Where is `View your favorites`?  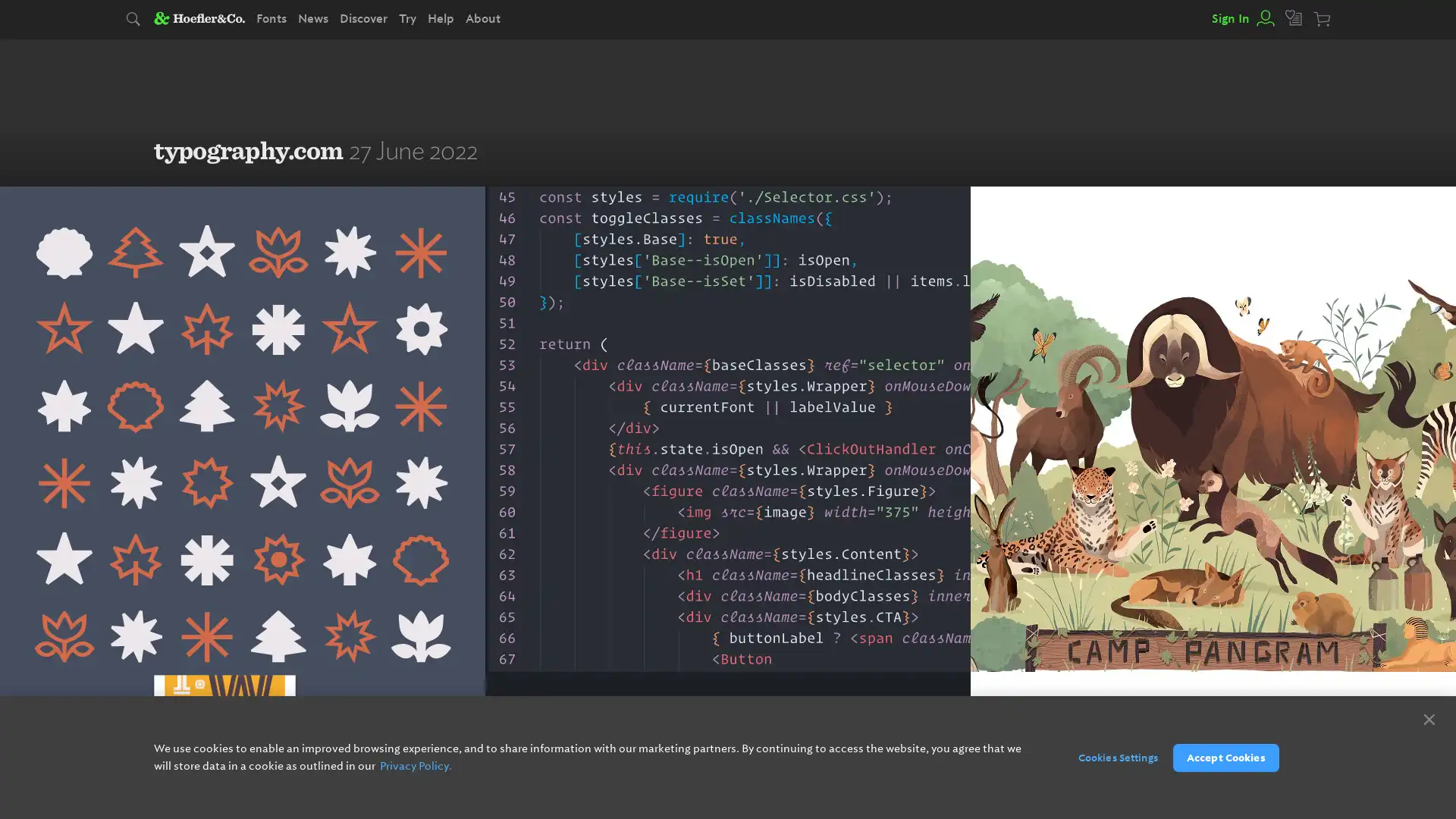 View your favorites is located at coordinates (1294, 18).